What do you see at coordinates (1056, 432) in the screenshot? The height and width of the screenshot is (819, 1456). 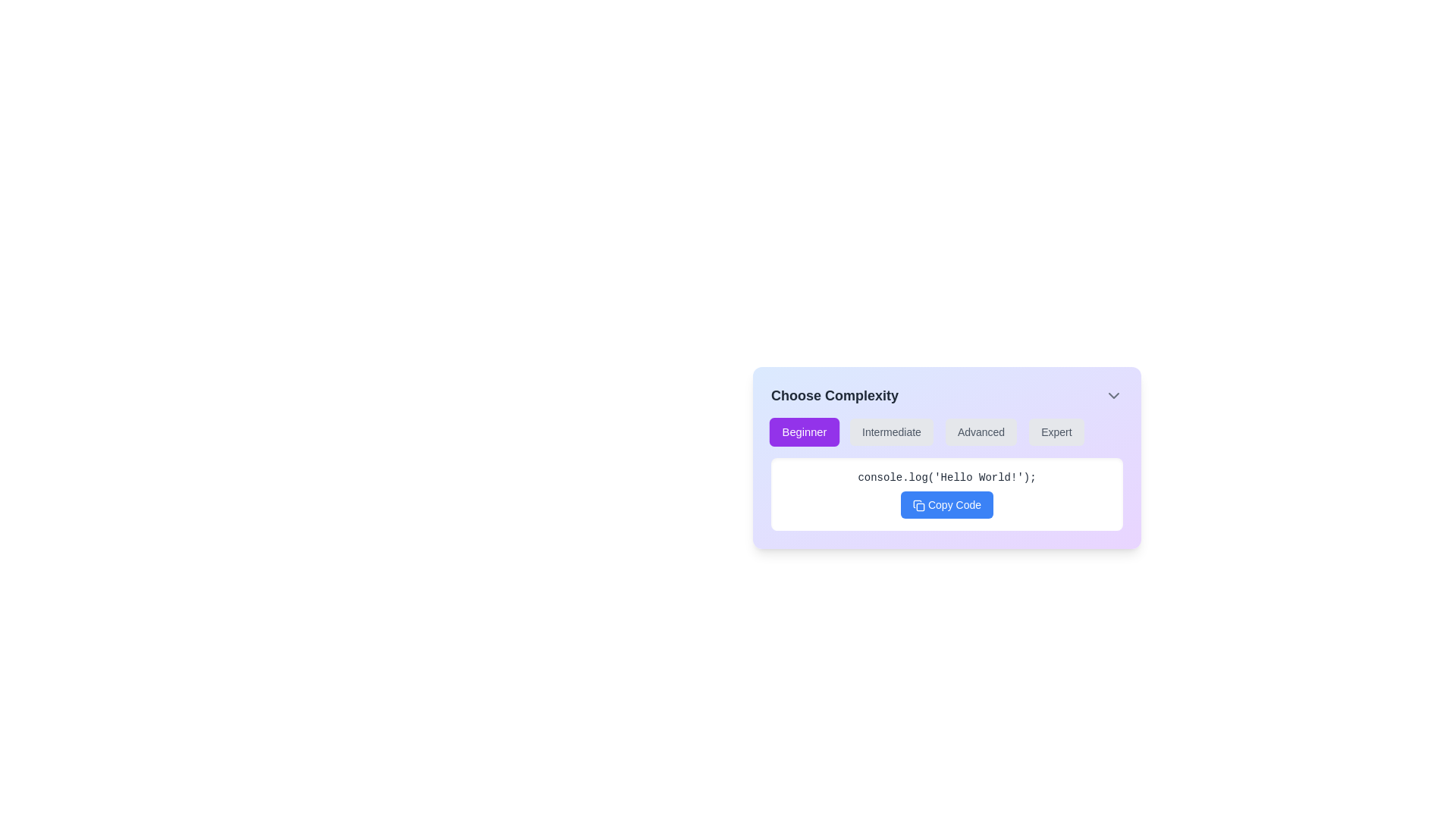 I see `the 'Expert' button displayed in a gray background with rounded corners` at bounding box center [1056, 432].